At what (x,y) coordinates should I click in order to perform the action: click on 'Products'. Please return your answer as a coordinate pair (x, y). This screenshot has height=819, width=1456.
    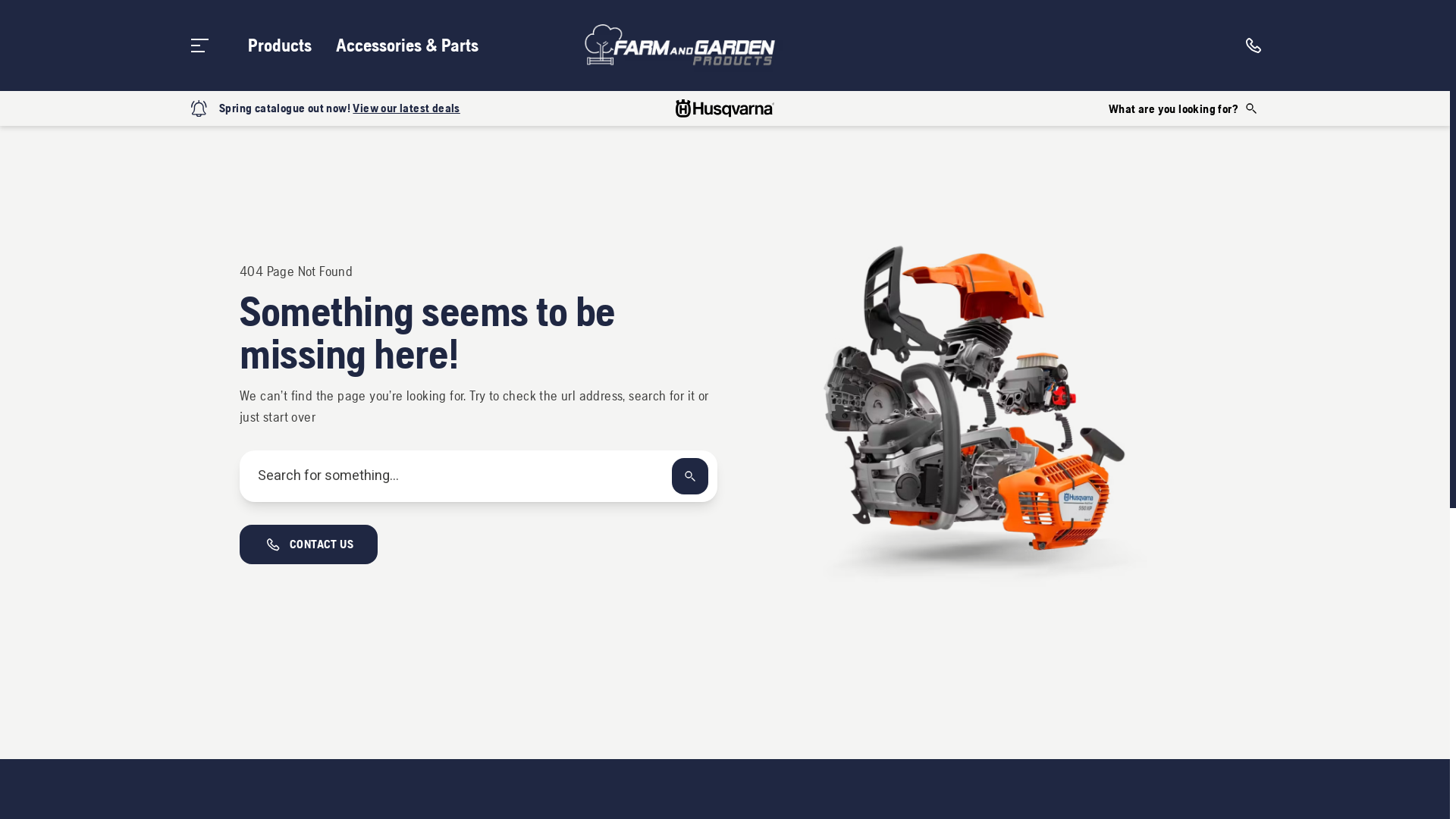
    Looking at the image, I should click on (280, 45).